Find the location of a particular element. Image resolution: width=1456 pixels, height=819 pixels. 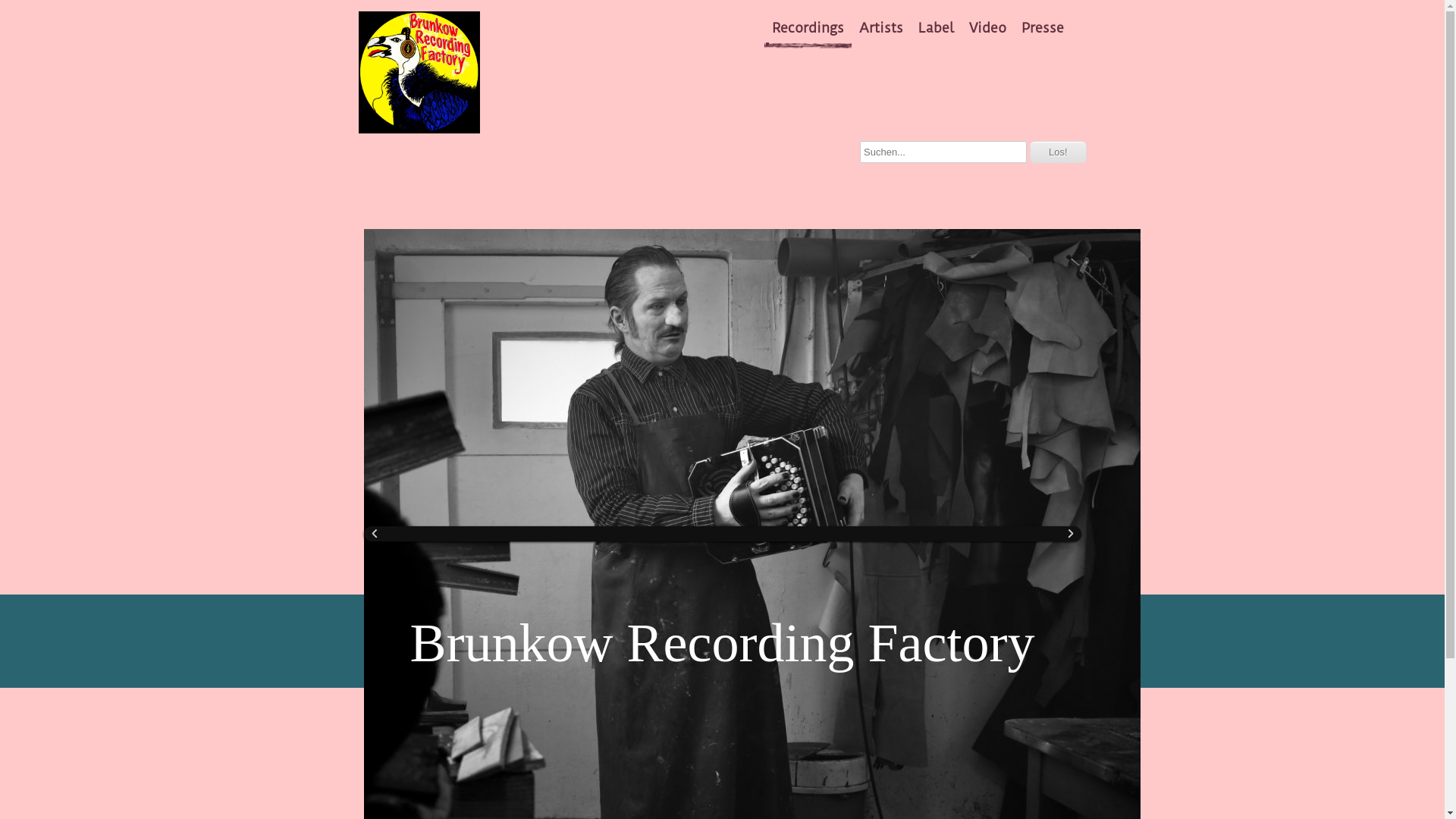

'Video' is located at coordinates (987, 28).